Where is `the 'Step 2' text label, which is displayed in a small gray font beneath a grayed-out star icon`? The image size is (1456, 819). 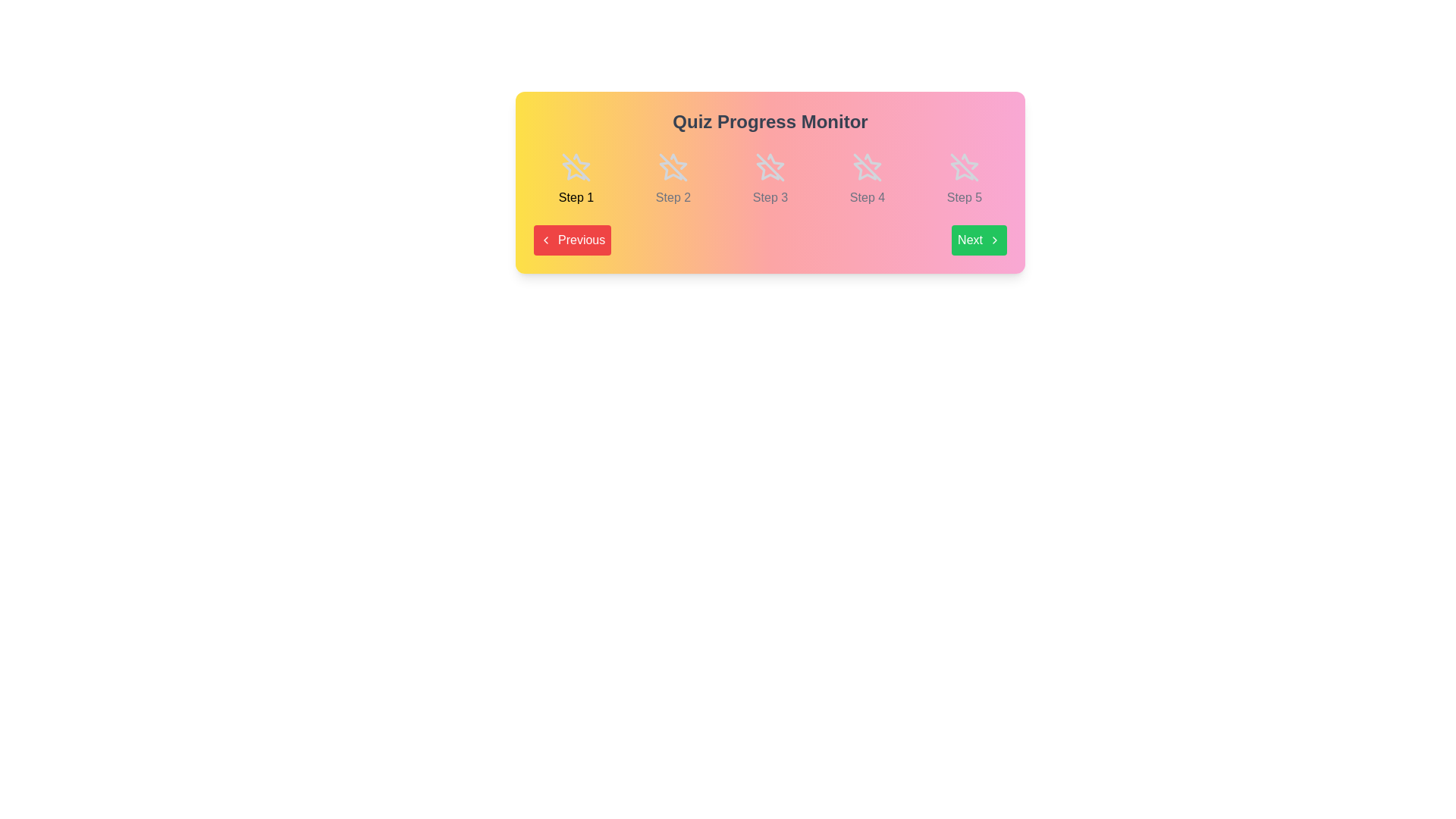 the 'Step 2' text label, which is displayed in a small gray font beneath a grayed-out star icon is located at coordinates (673, 197).